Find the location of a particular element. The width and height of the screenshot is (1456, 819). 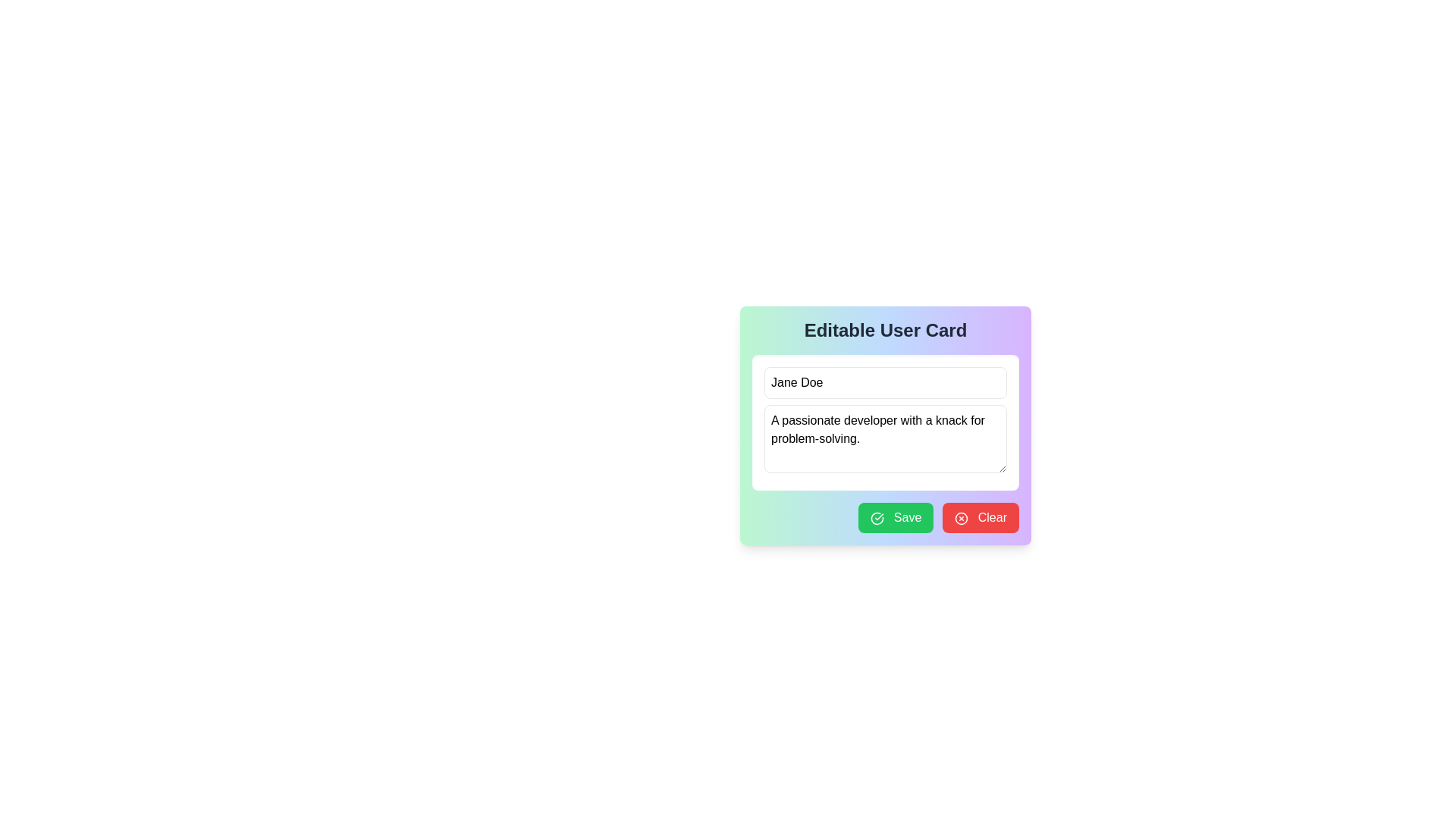

the green circular checkmark icon, which is located within the 'Save' button at the bottom right of the user information panel is located at coordinates (877, 517).